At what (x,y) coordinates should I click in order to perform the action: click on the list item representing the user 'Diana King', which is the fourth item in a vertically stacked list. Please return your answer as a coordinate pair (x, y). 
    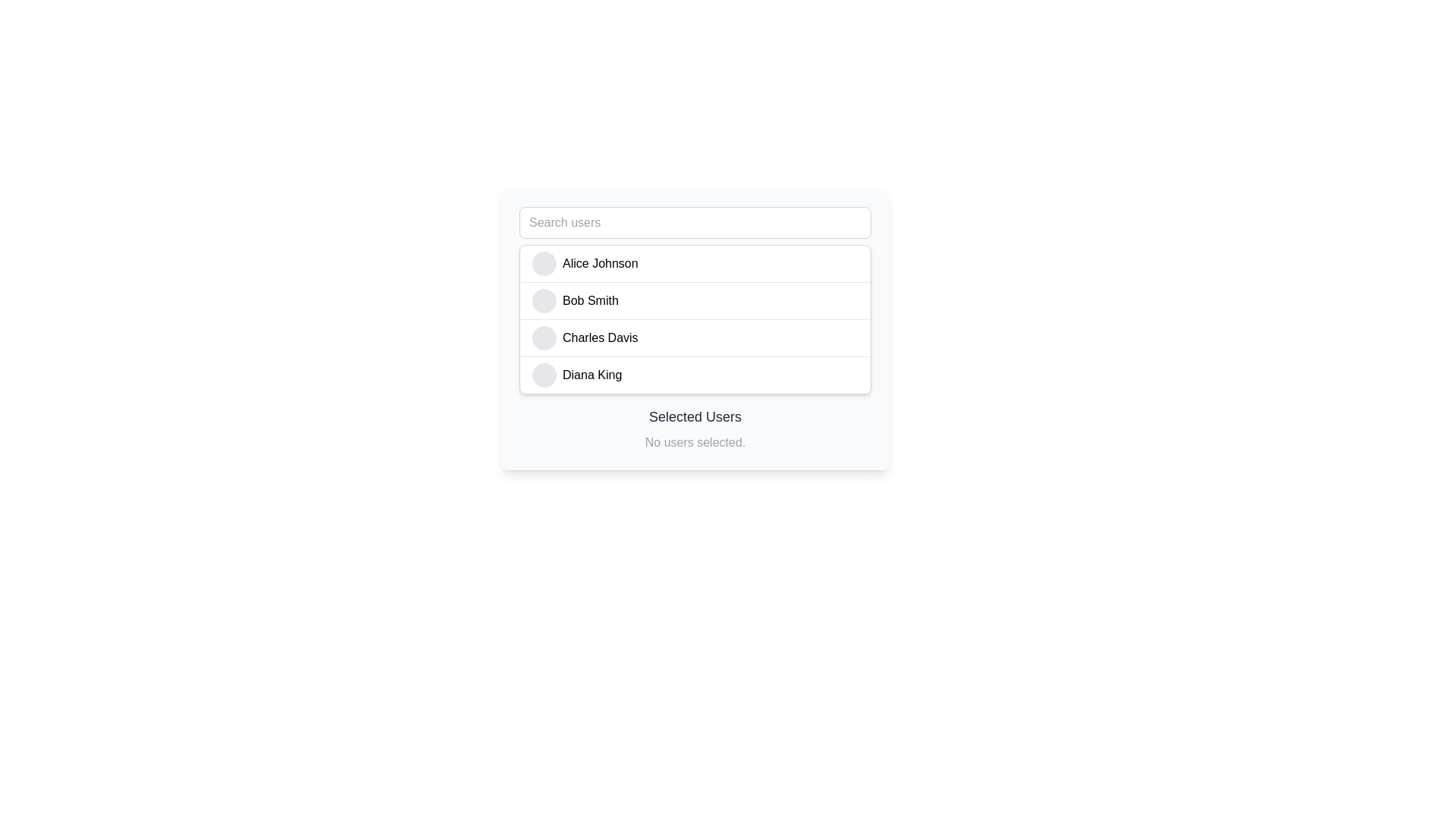
    Looking at the image, I should click on (694, 374).